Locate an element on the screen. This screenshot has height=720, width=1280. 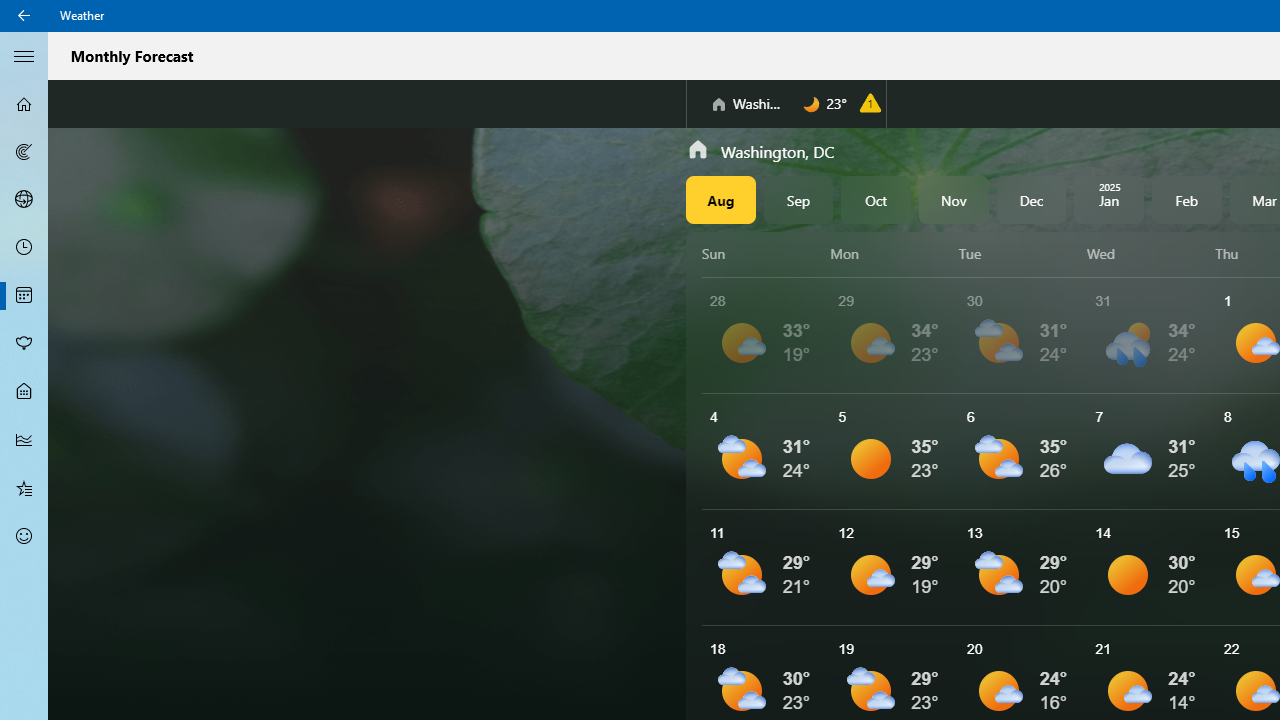
'Favorites - Not Selected' is located at coordinates (24, 487).